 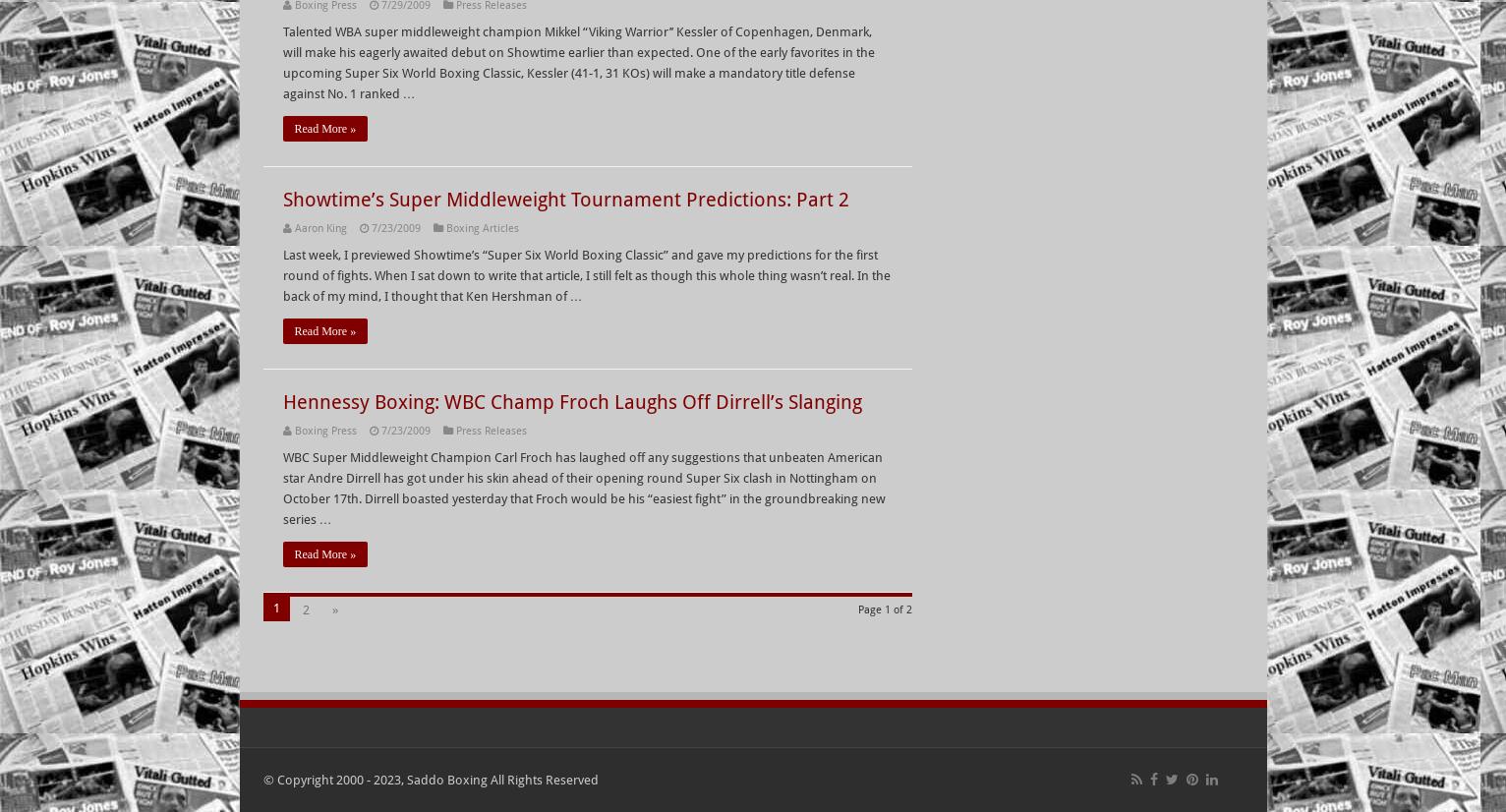 I want to click on 'Hennessy Boxing: WBC Champ Froch Laughs Off Dirrell’s Slanging', so click(x=571, y=401).